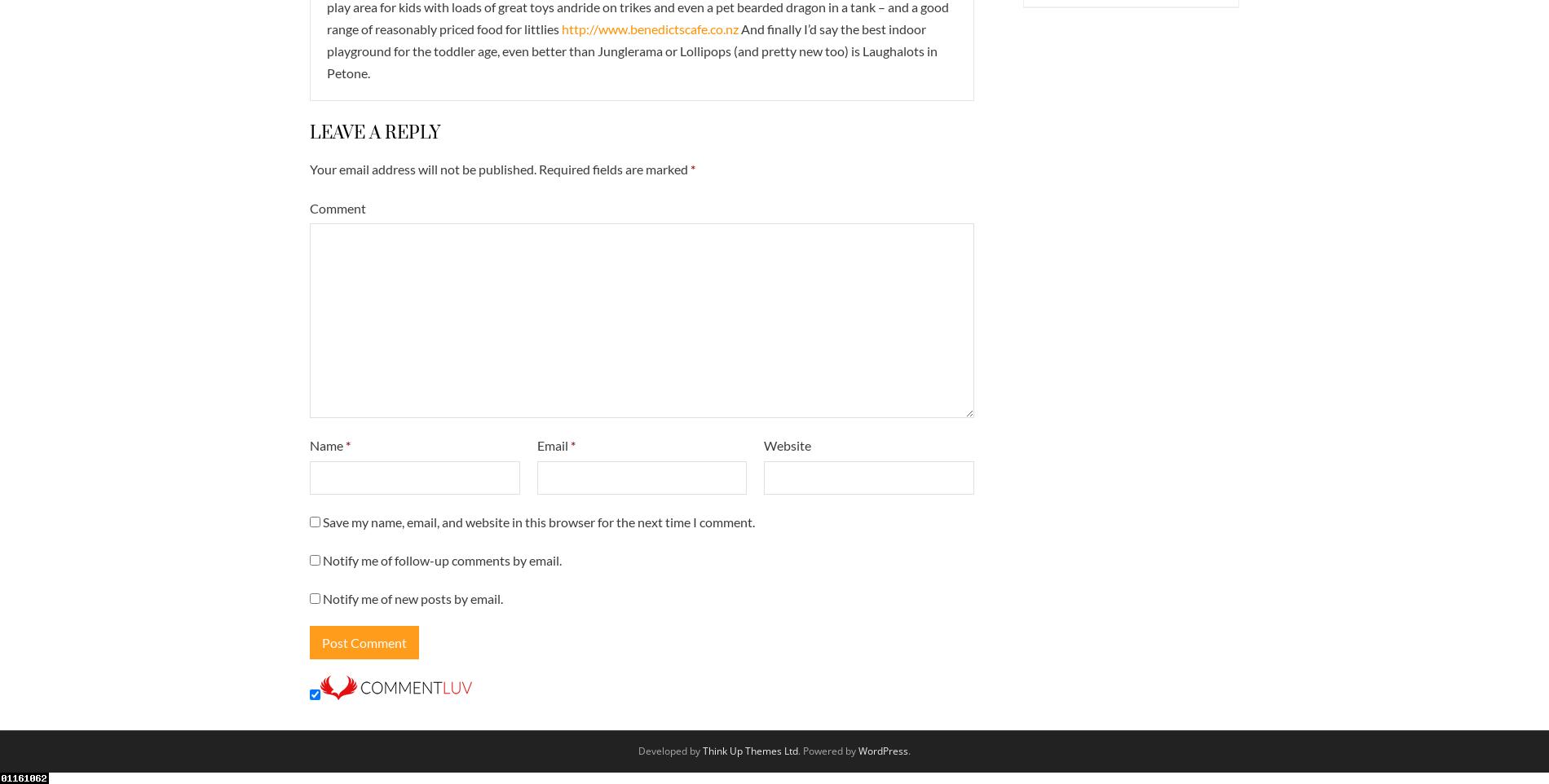 The width and height of the screenshot is (1549, 784). I want to click on 'Website', so click(787, 445).